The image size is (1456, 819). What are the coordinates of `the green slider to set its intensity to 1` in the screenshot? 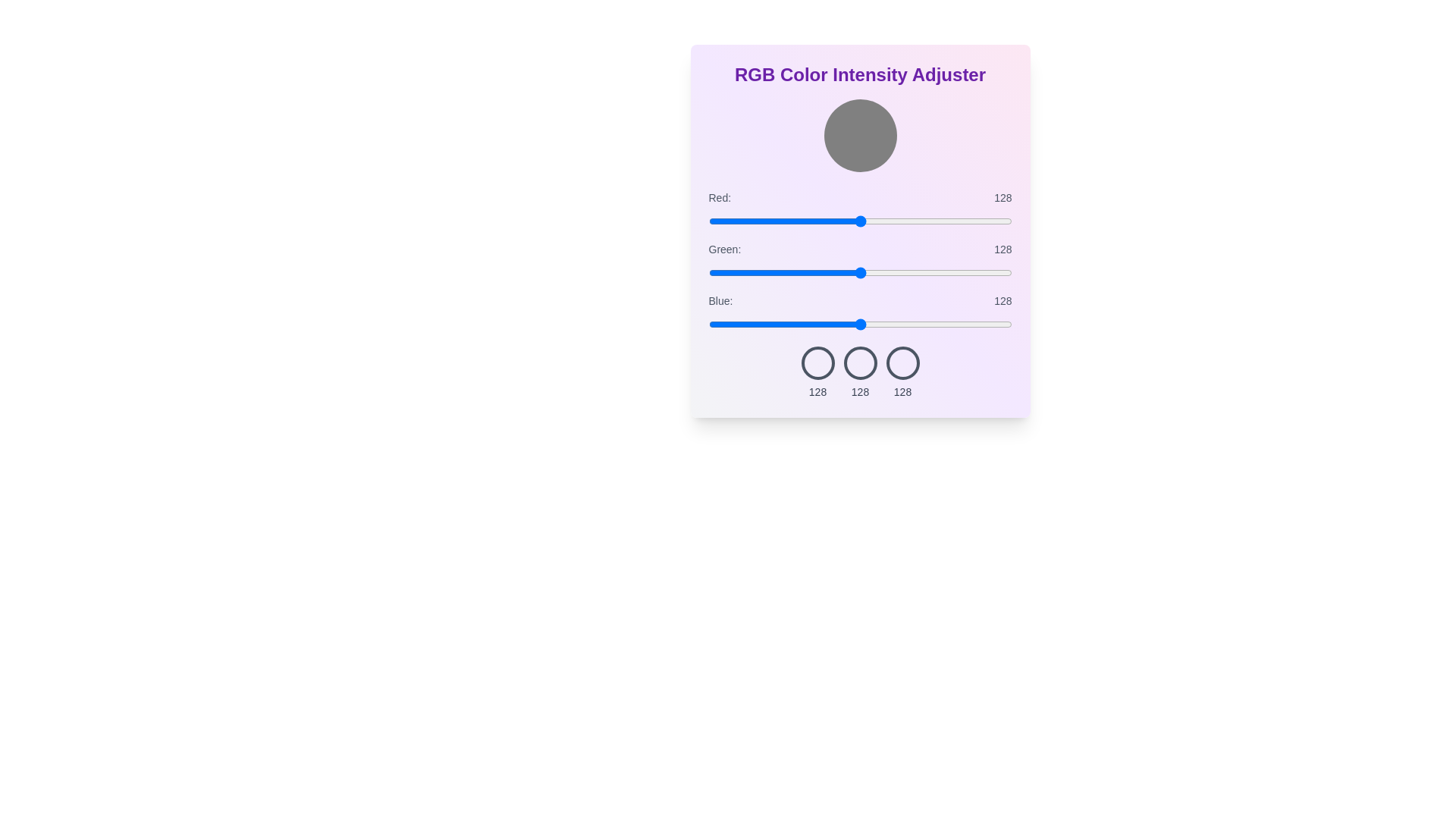 It's located at (709, 271).